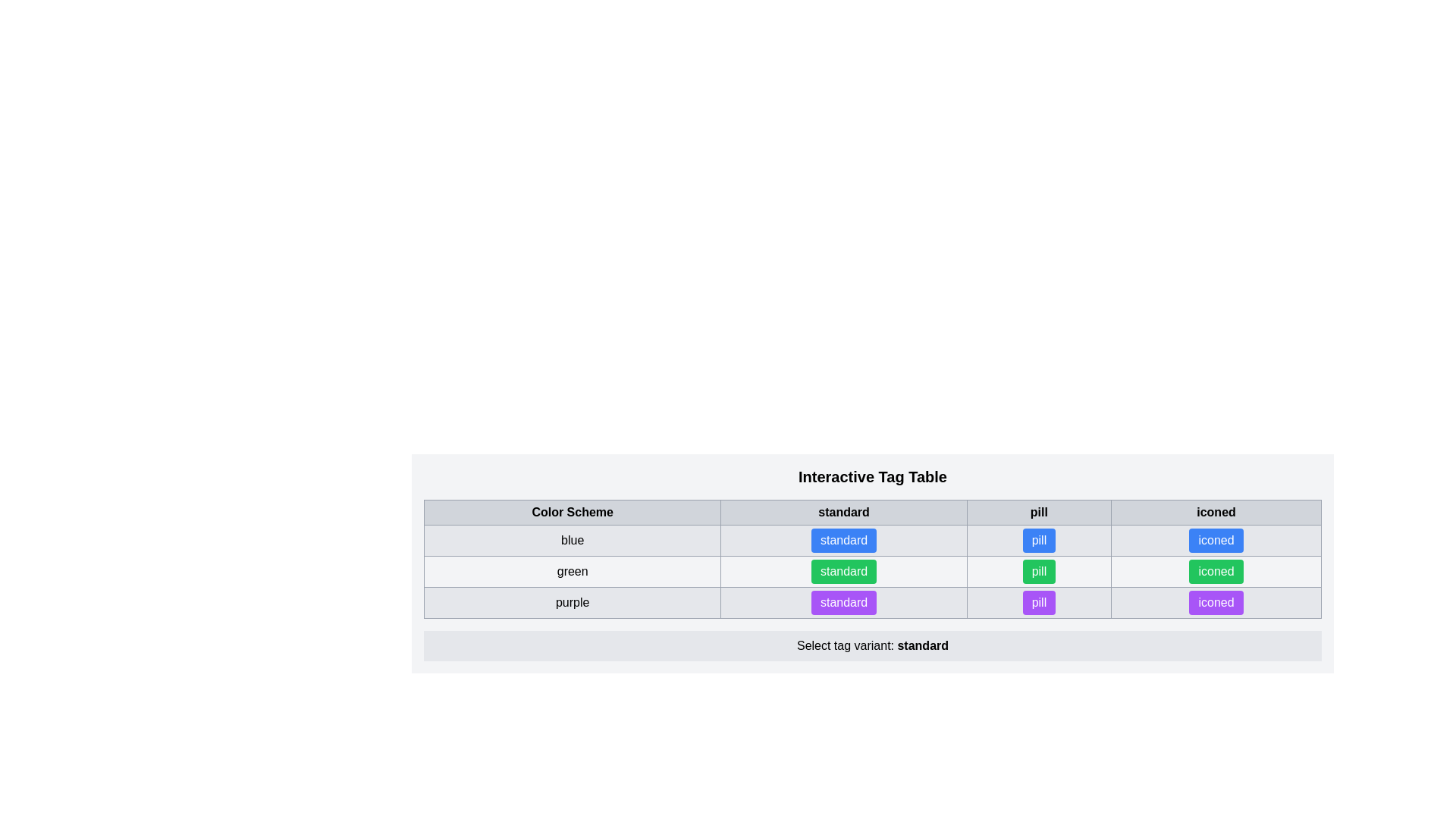 Image resolution: width=1456 pixels, height=819 pixels. What do you see at coordinates (873, 571) in the screenshot?
I see `the button in the second row, second column under the 'standard' header, which represents the action for the green color scheme` at bounding box center [873, 571].